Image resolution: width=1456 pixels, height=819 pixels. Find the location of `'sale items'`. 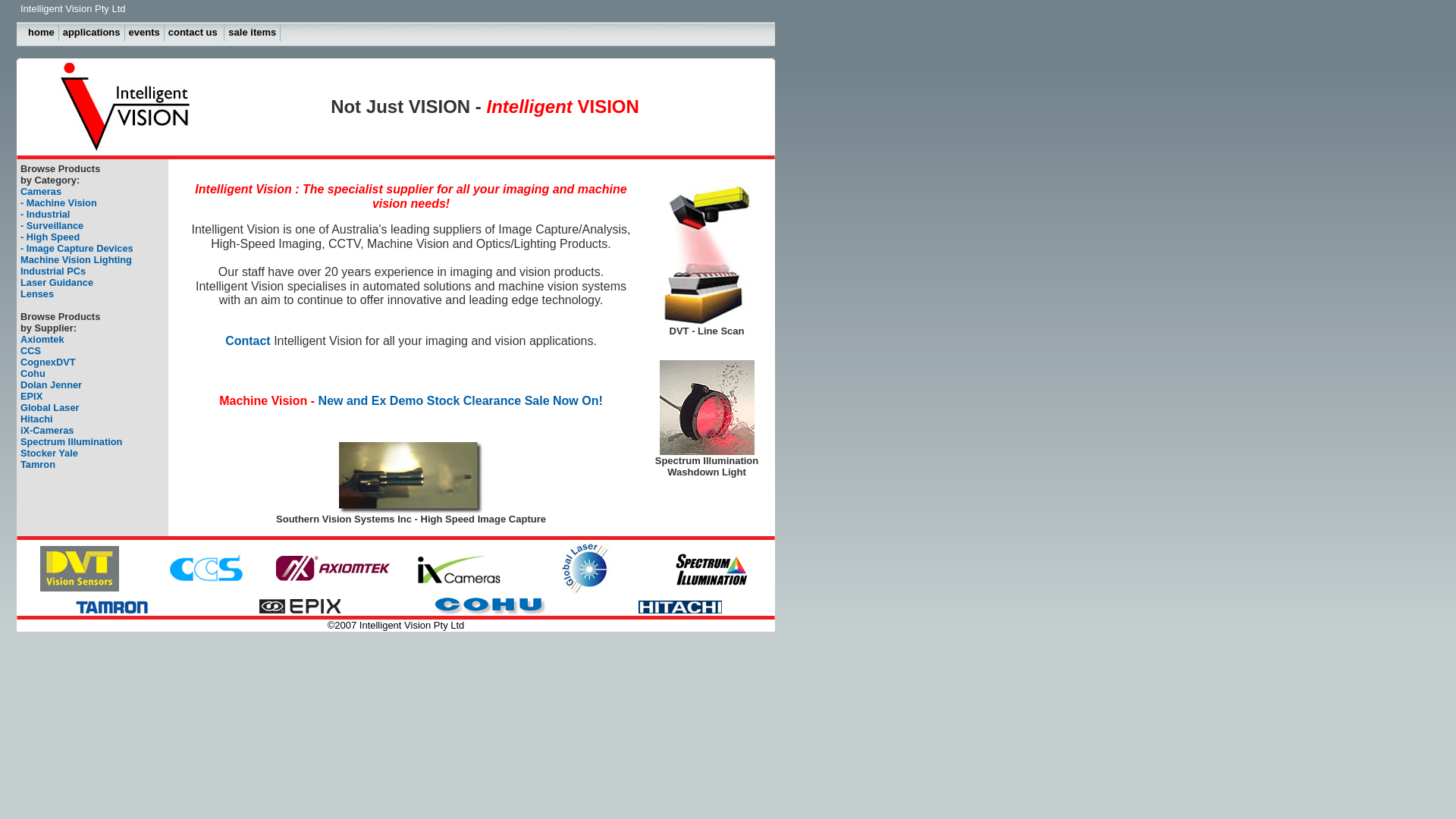

'sale items' is located at coordinates (224, 33).